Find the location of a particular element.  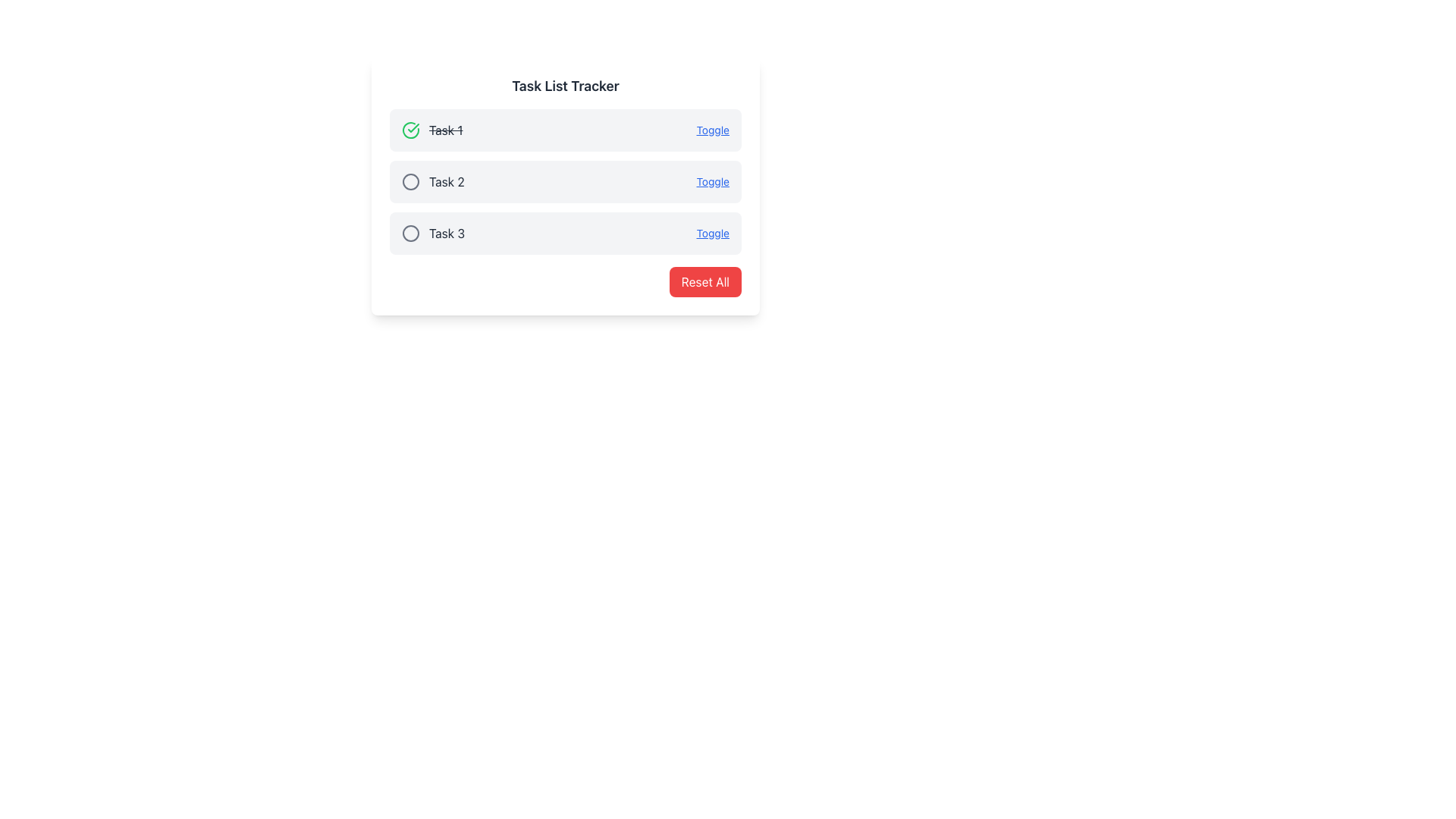

the text element displaying 'Task 3' with the associated incomplete task icon is located at coordinates (432, 234).